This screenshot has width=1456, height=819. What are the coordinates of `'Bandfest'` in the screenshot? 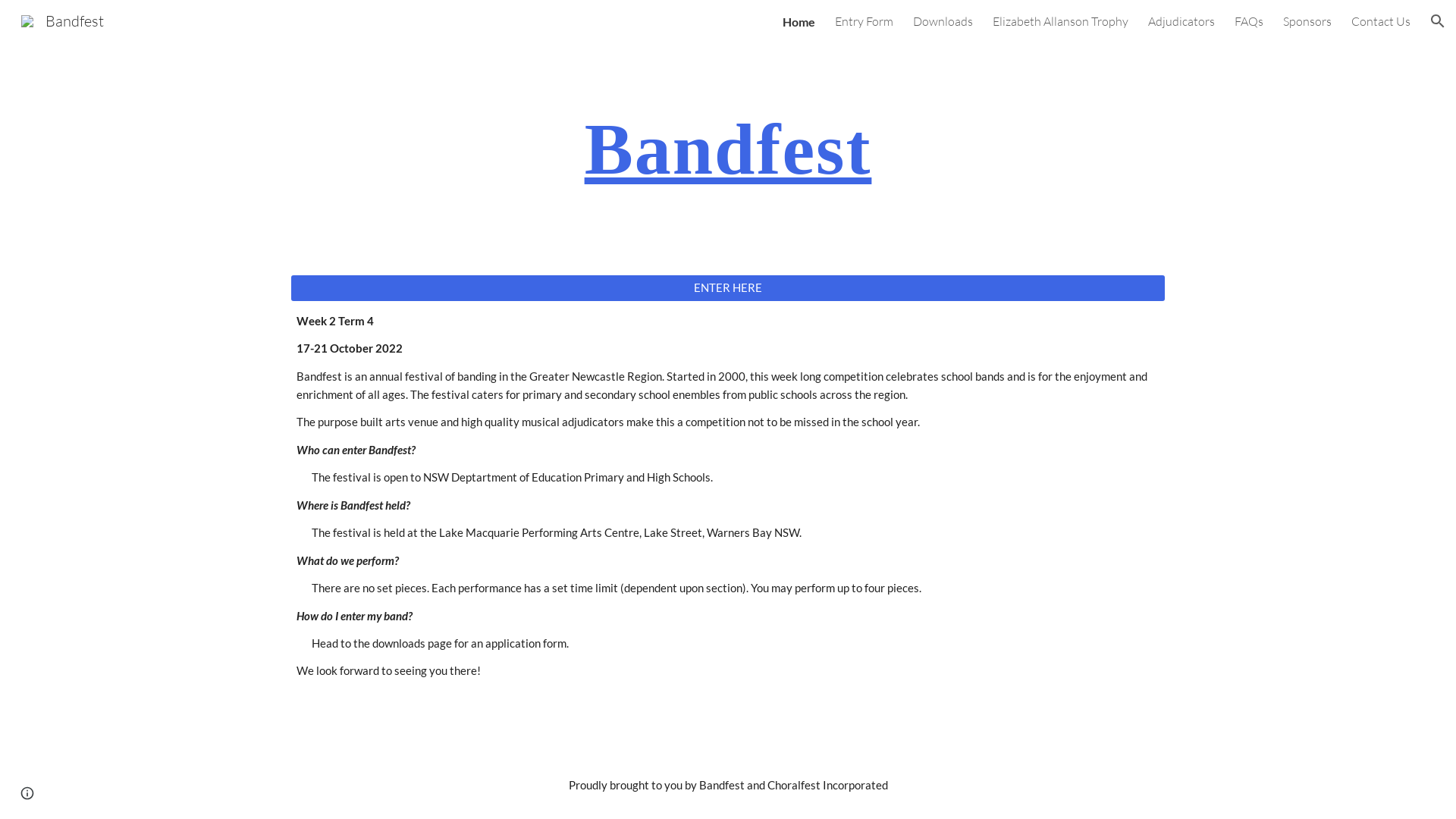 It's located at (728, 149).